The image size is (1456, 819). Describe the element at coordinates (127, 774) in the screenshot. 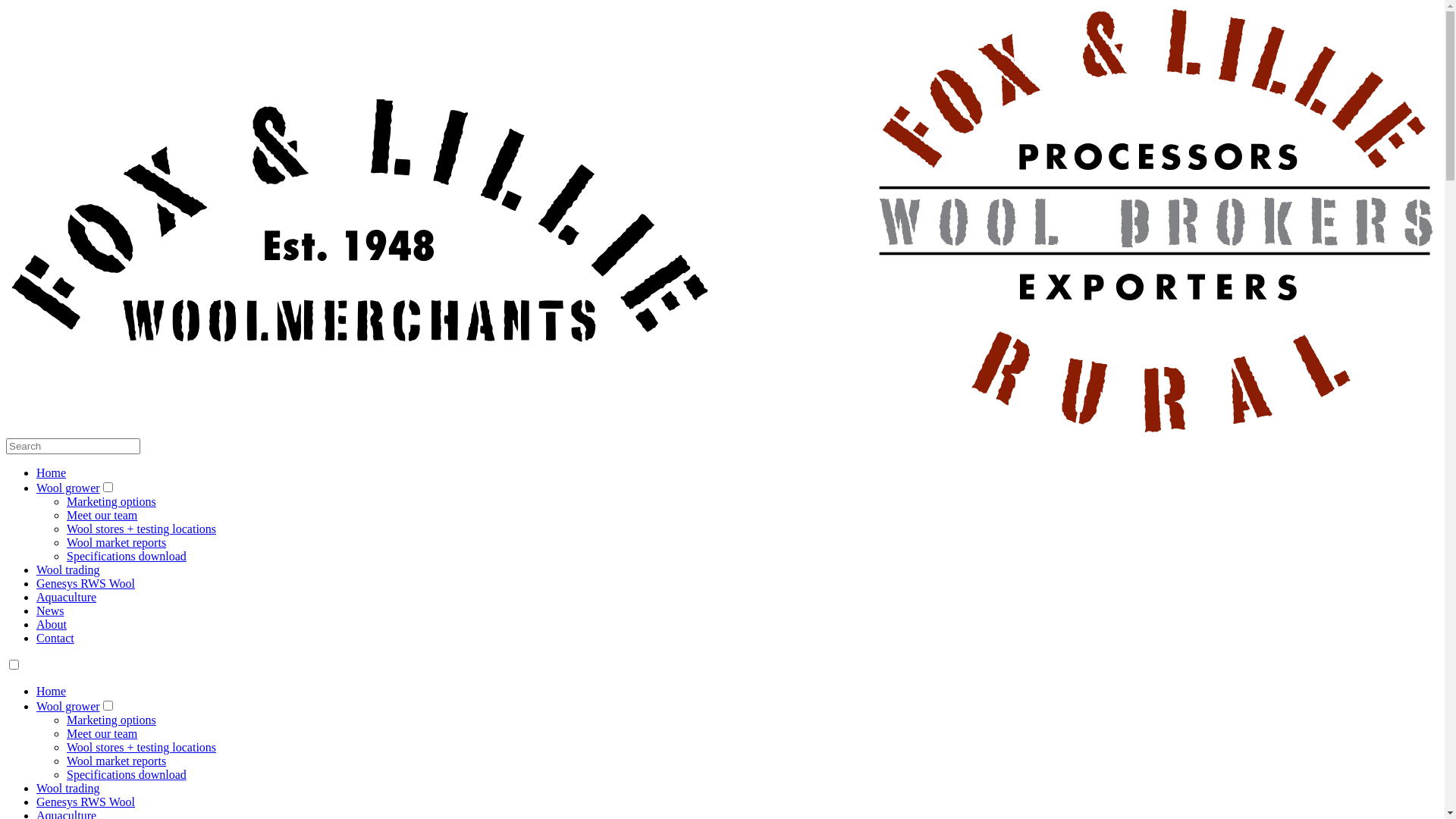

I see `'Specifications download'` at that location.